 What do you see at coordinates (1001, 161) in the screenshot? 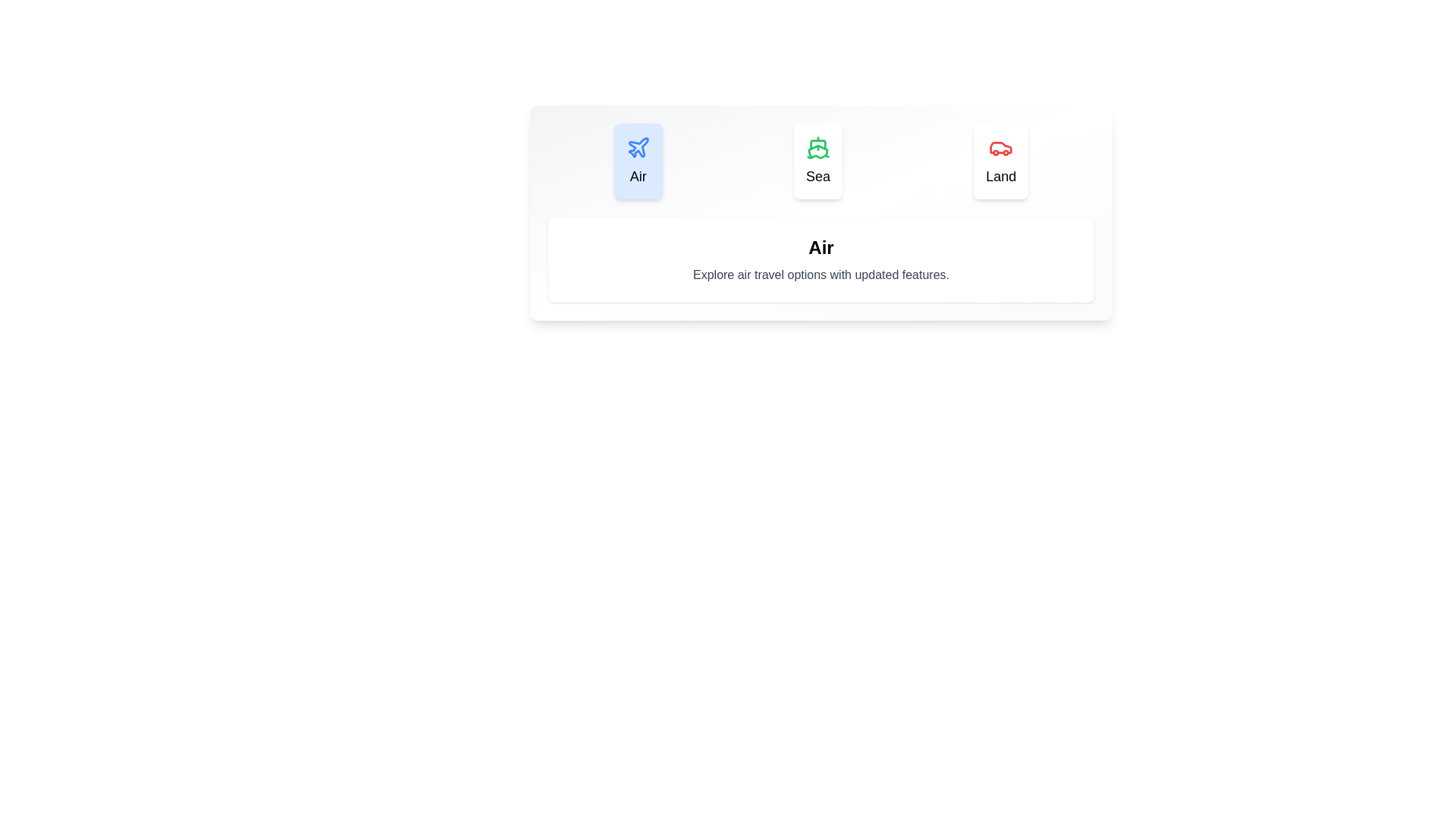
I see `the button corresponding to the selected mode of transportation: Land` at bounding box center [1001, 161].